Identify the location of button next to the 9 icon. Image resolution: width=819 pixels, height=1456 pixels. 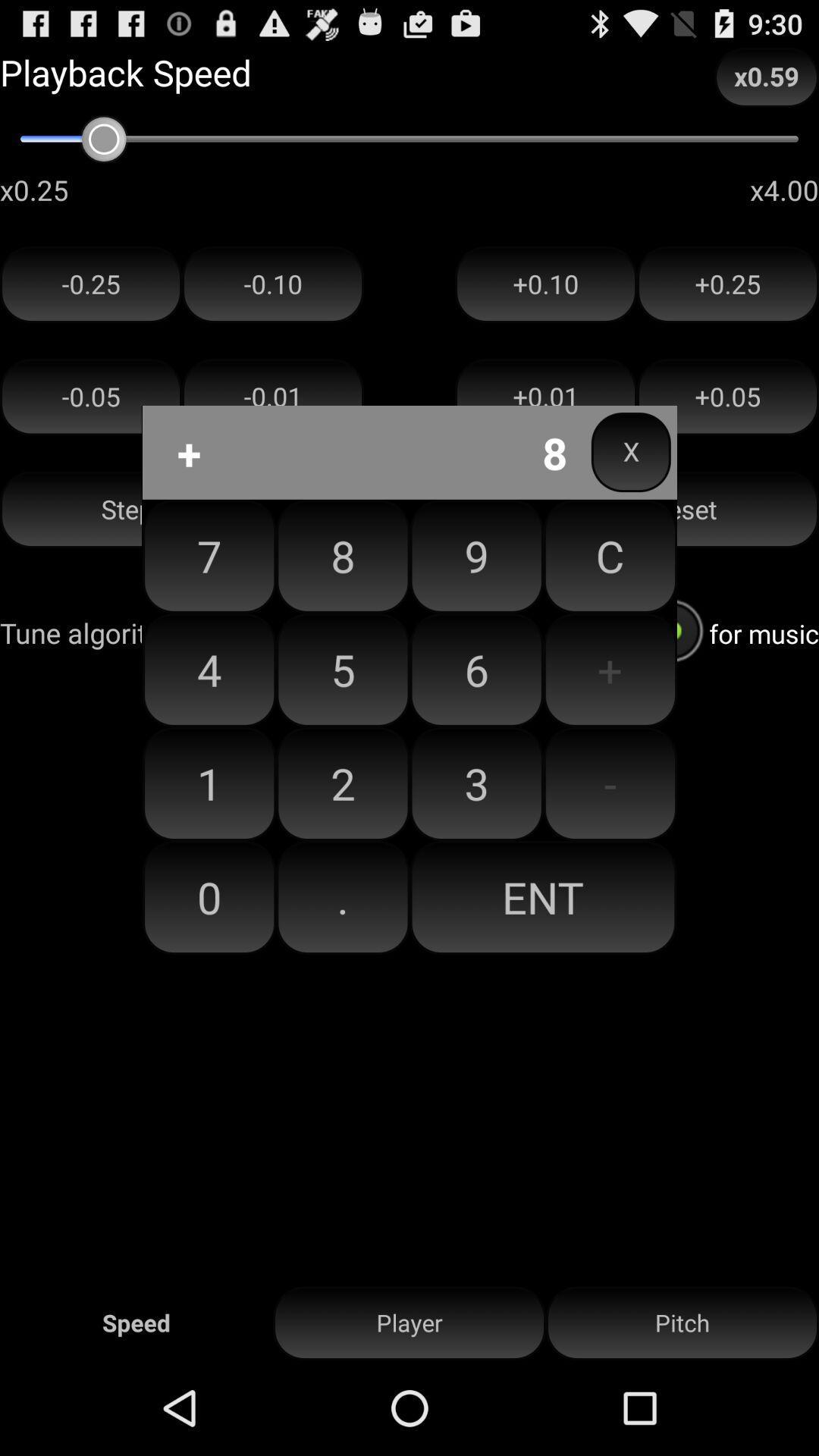
(609, 669).